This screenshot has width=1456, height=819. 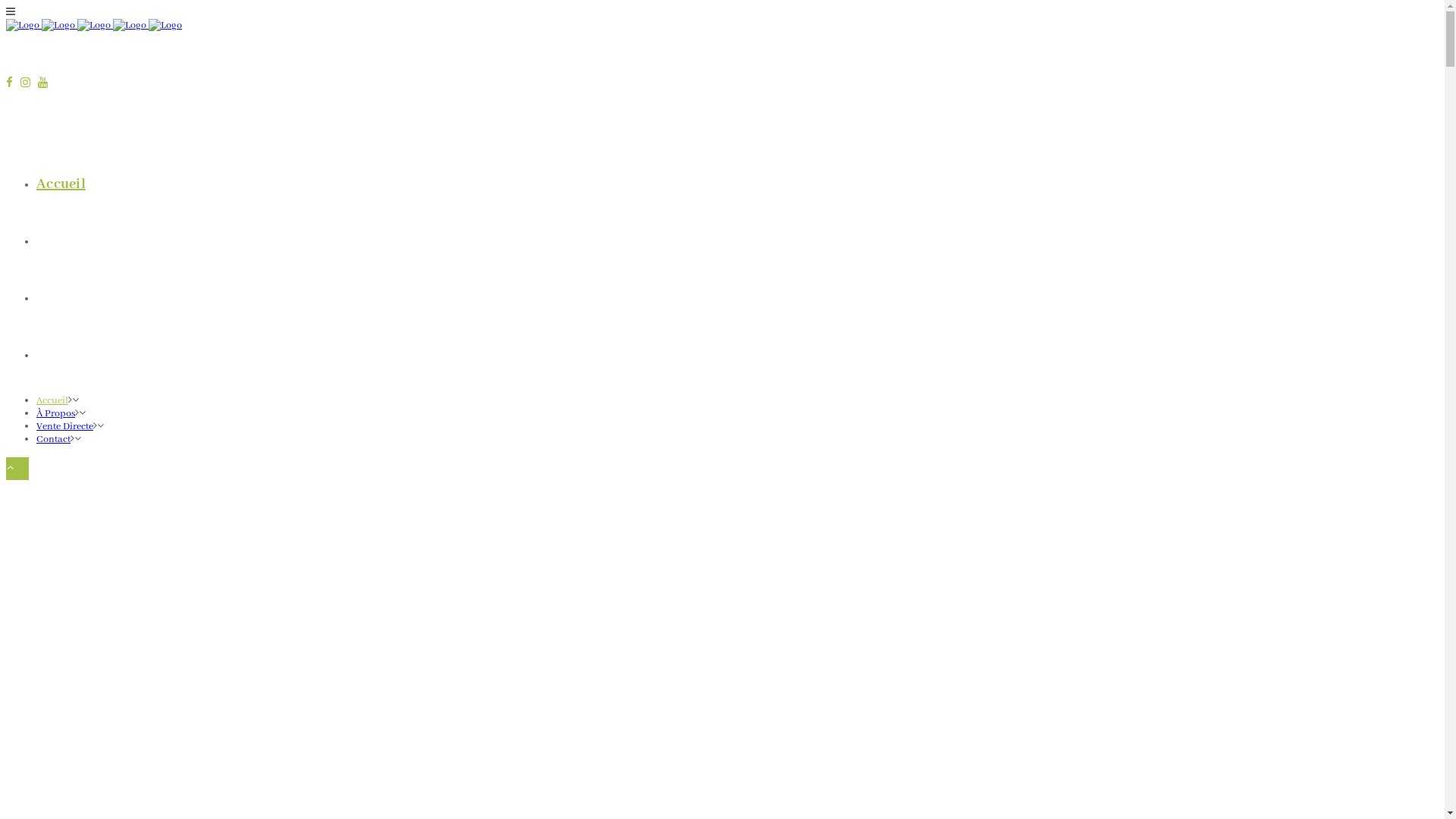 What do you see at coordinates (61, 354) in the screenshot?
I see `'Contact'` at bounding box center [61, 354].